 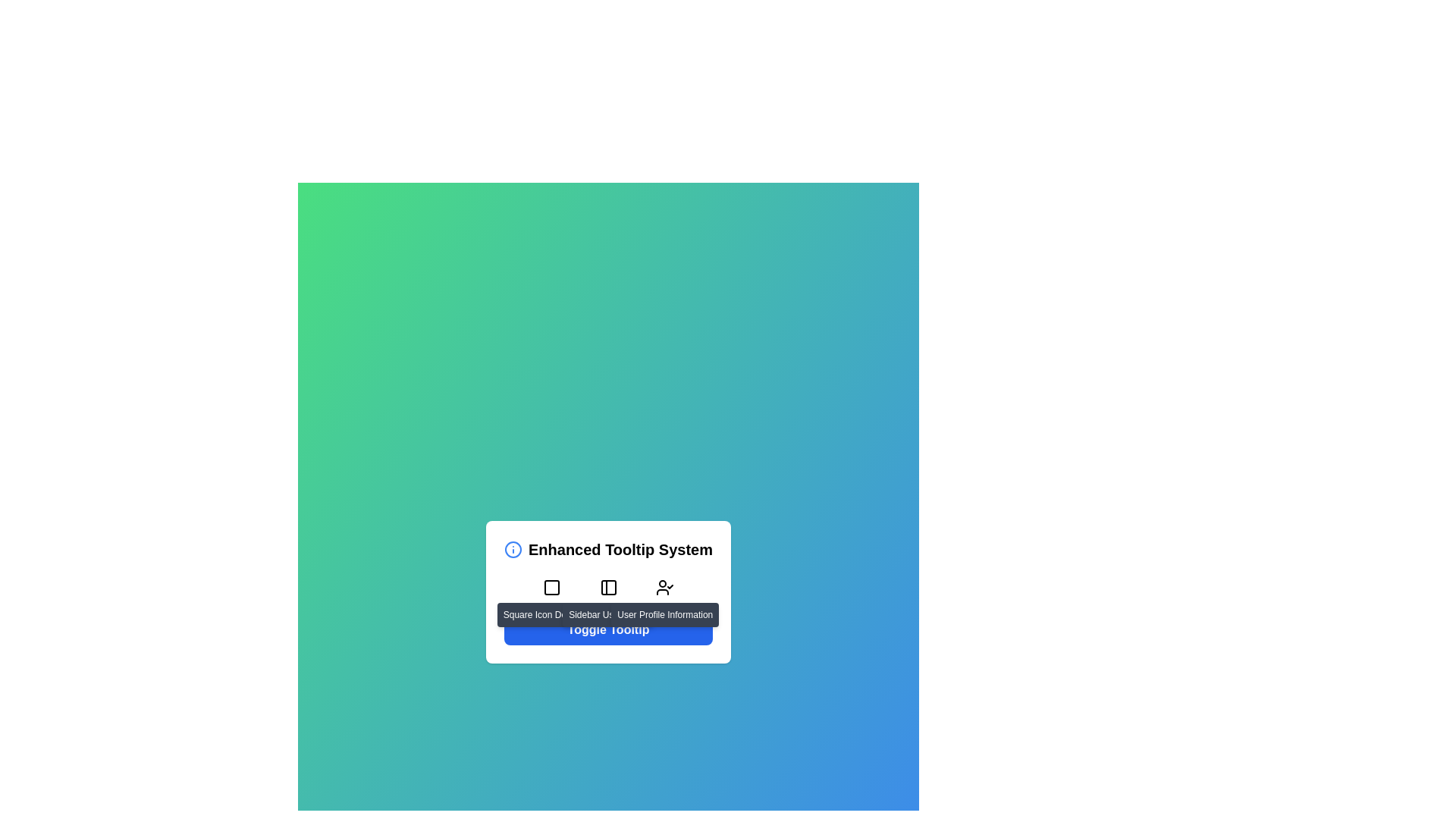 What do you see at coordinates (513, 550) in the screenshot?
I see `the information icon located to the left of the 'Enhanced Tooltip System' label, which provides additional details related to the tooltip system` at bounding box center [513, 550].